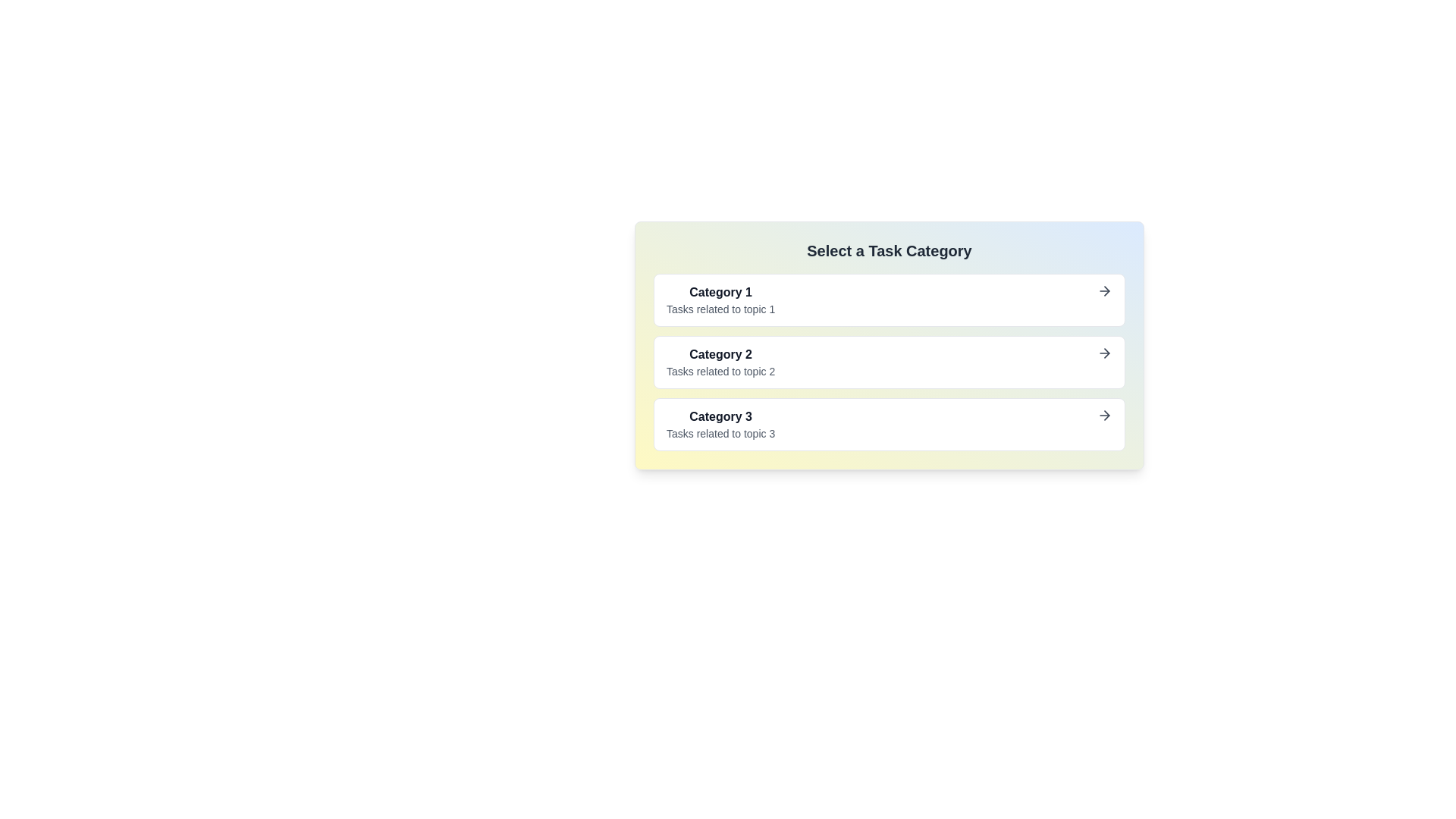 The image size is (1456, 819). What do you see at coordinates (720, 371) in the screenshot?
I see `the static text label displaying 'Tasks related to topic 2', which is located below the title 'Category 2' and is the second entry in the list of categories` at bounding box center [720, 371].